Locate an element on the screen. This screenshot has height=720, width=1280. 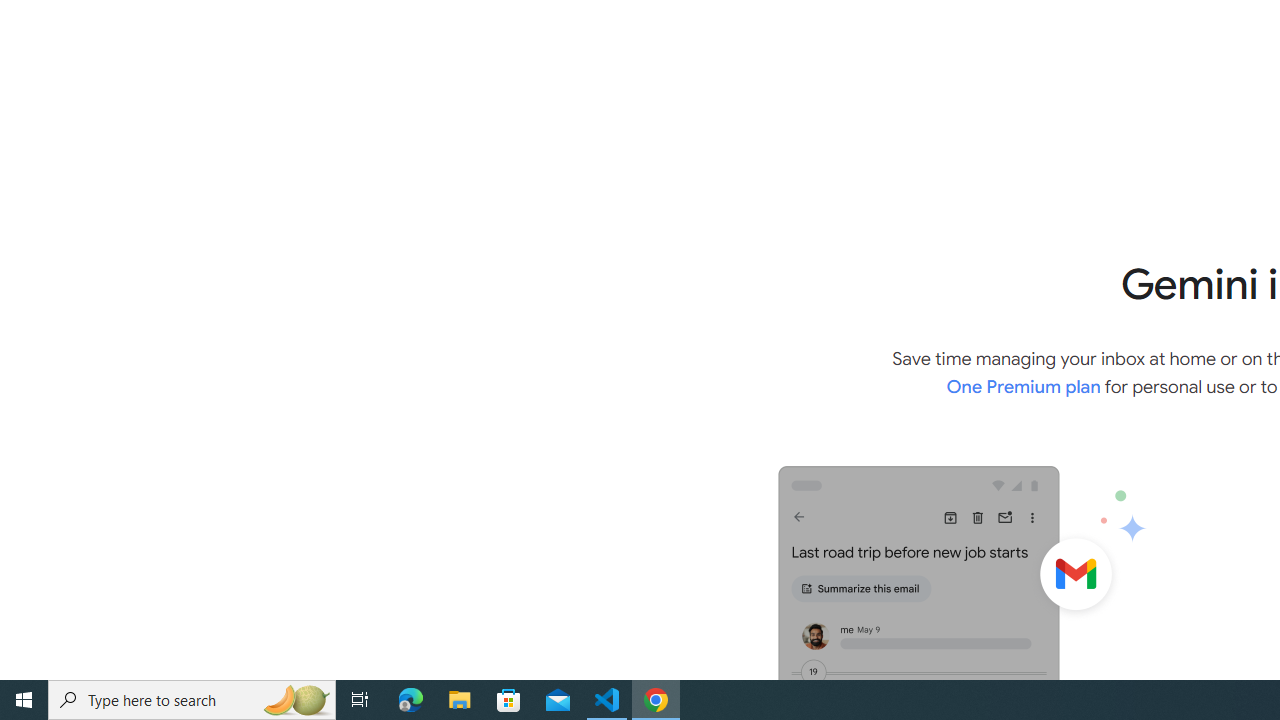
'Microsoft Store' is located at coordinates (509, 698).